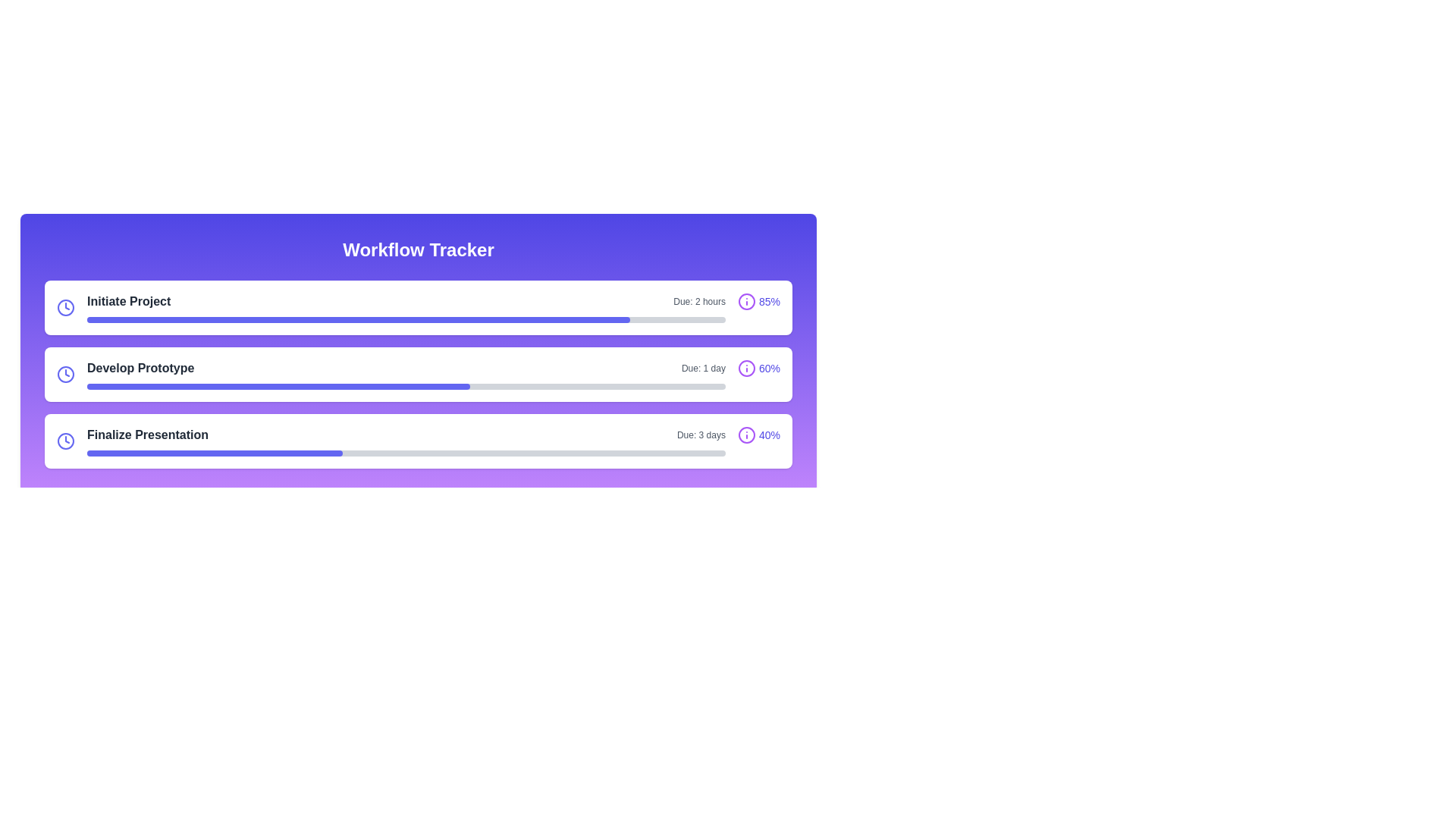  What do you see at coordinates (700, 435) in the screenshot?
I see `the text label that displays 'Due: 3 days', located in the third task panel to the right of the task name 'Finalize Presentation'` at bounding box center [700, 435].